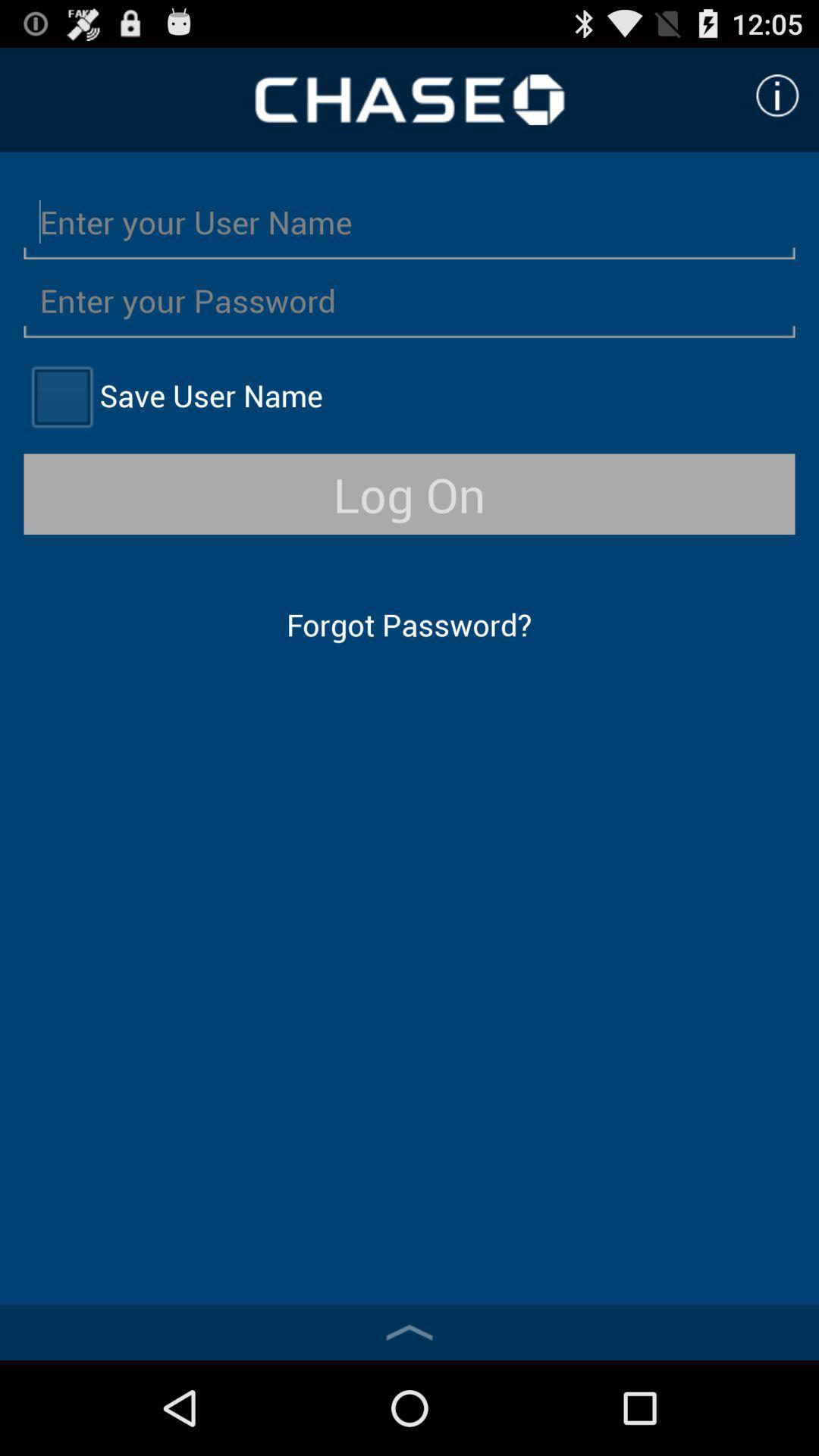 Image resolution: width=819 pixels, height=1456 pixels. Describe the element at coordinates (777, 95) in the screenshot. I see `click on the information symbol` at that location.